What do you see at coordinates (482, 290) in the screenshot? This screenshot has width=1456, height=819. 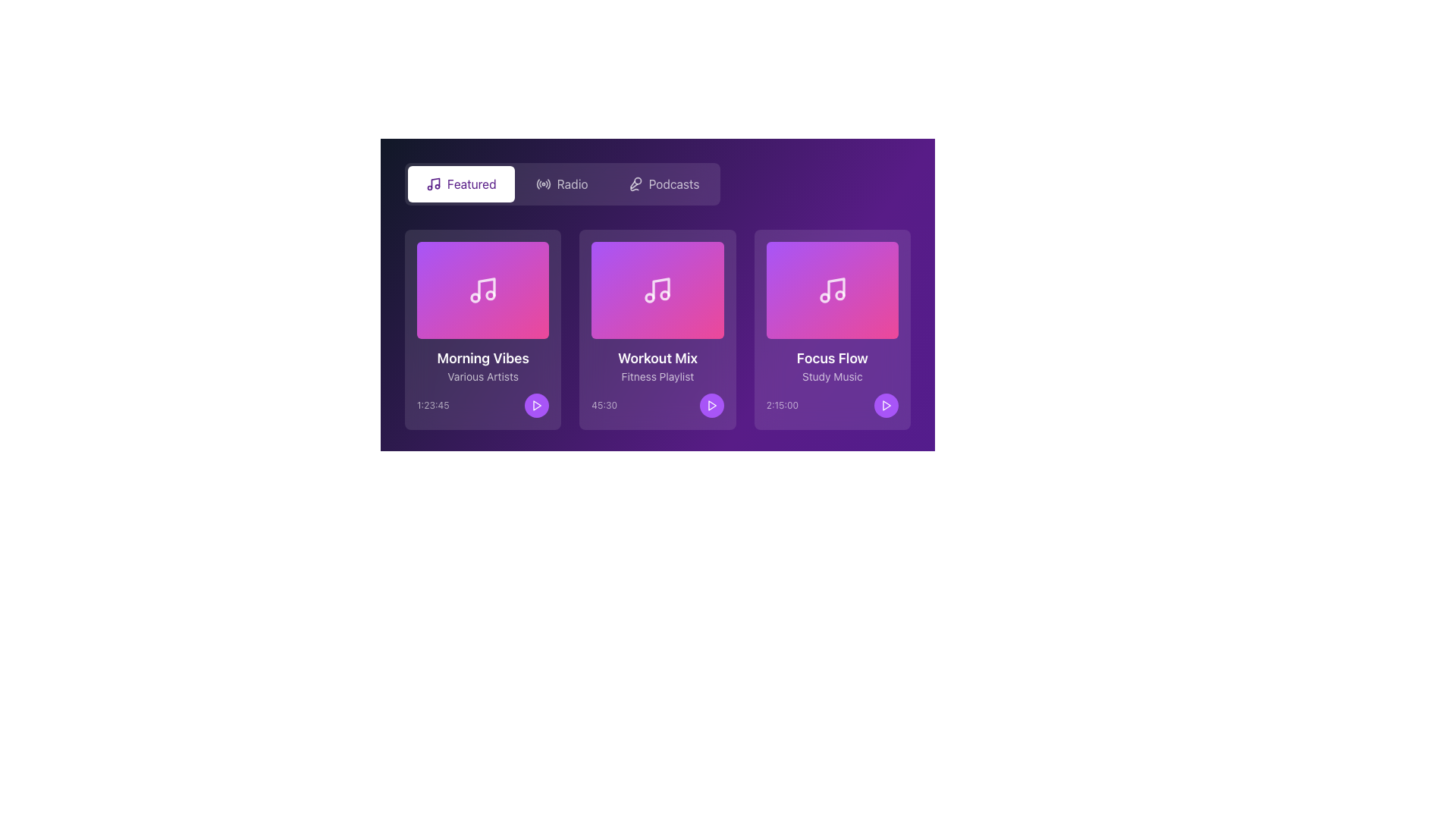 I see `the musical note icon displayed in white with a slight transparency effect, located at the center of the first card among three horizontally arranged cards` at bounding box center [482, 290].